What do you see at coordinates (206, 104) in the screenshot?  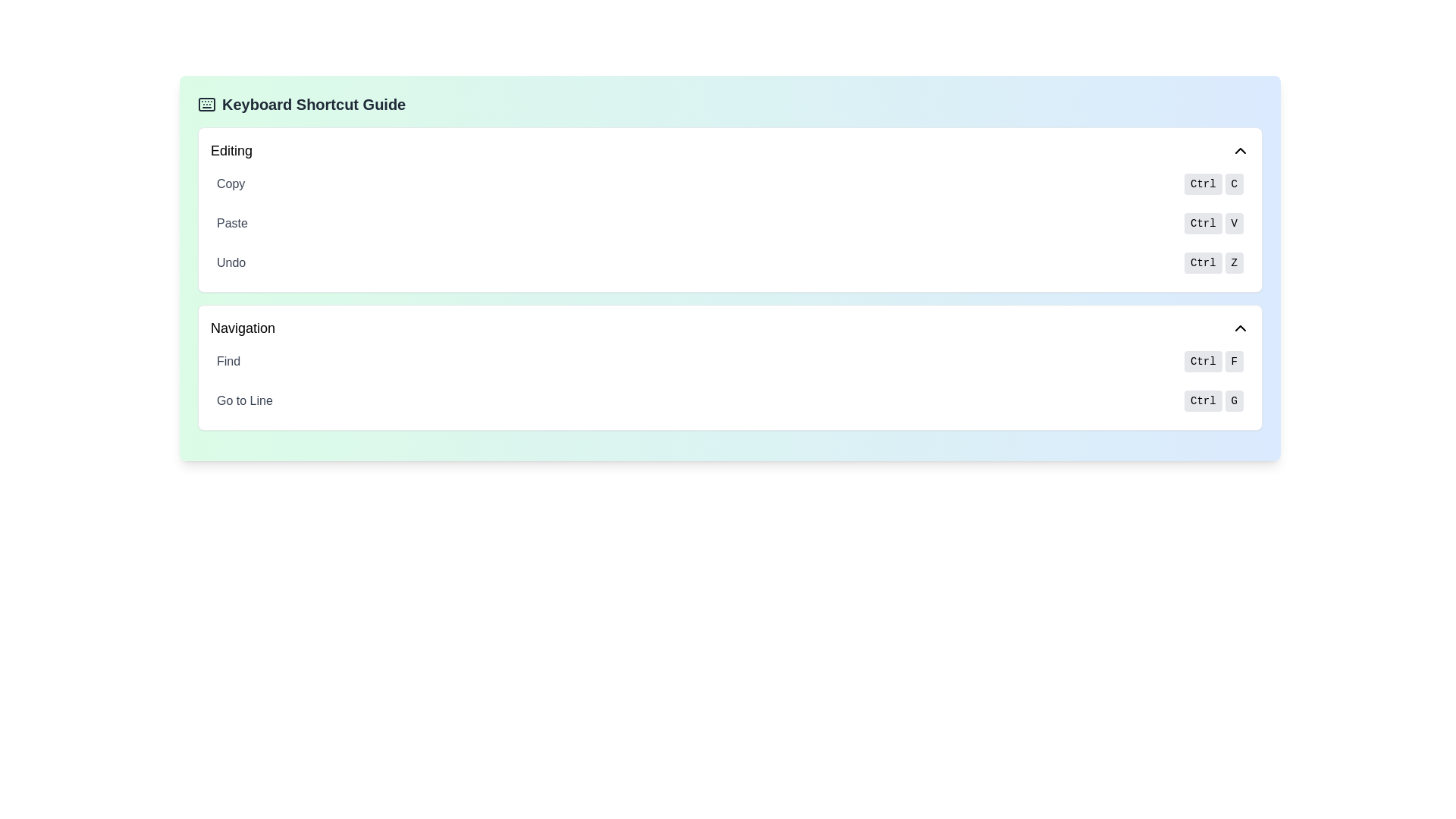 I see `the SVG rectangle shape that is part of the keyboard icon, located near the title 'Keyboard Shortcut Guide'` at bounding box center [206, 104].